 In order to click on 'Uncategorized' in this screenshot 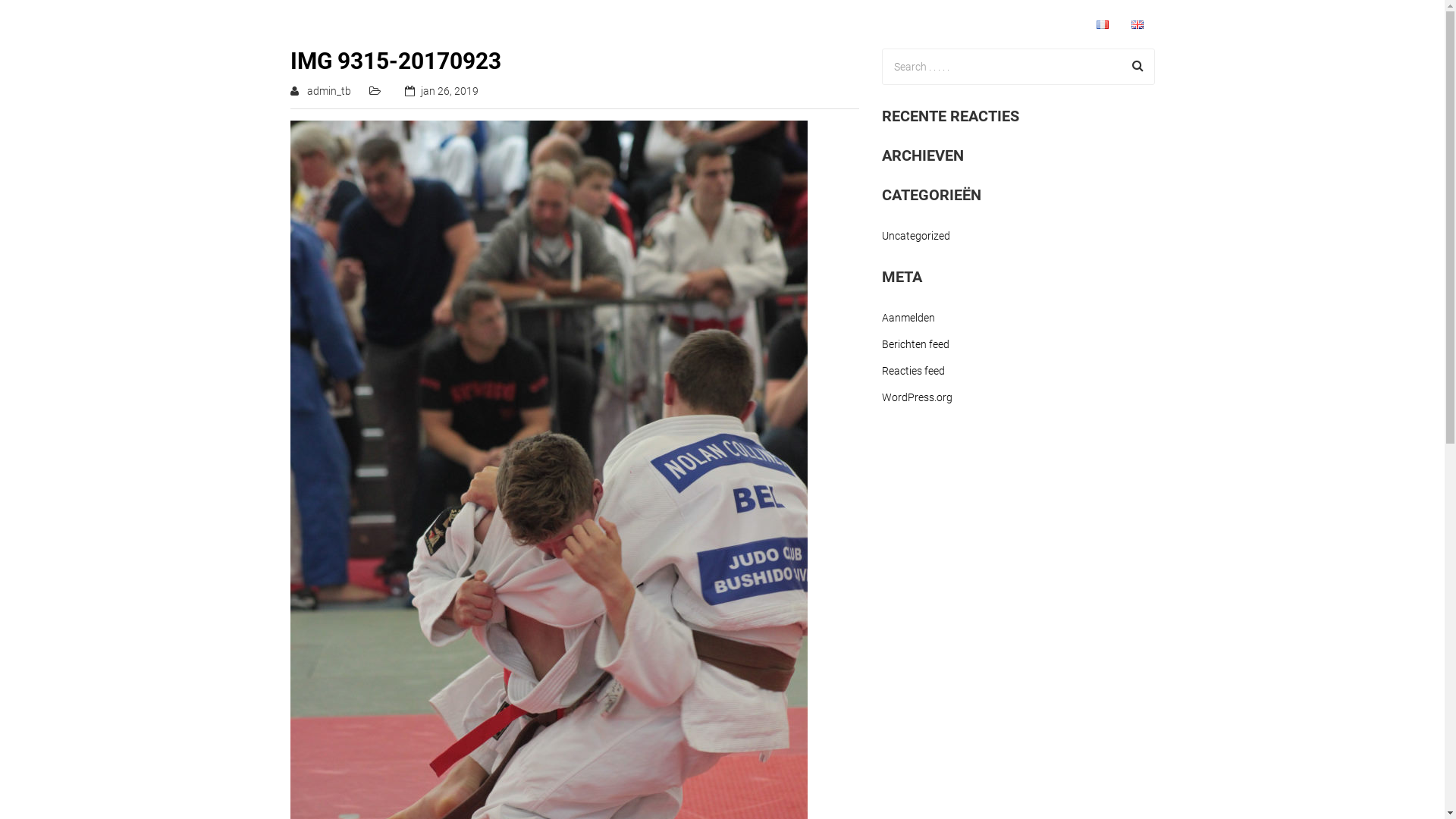, I will do `click(914, 236)`.